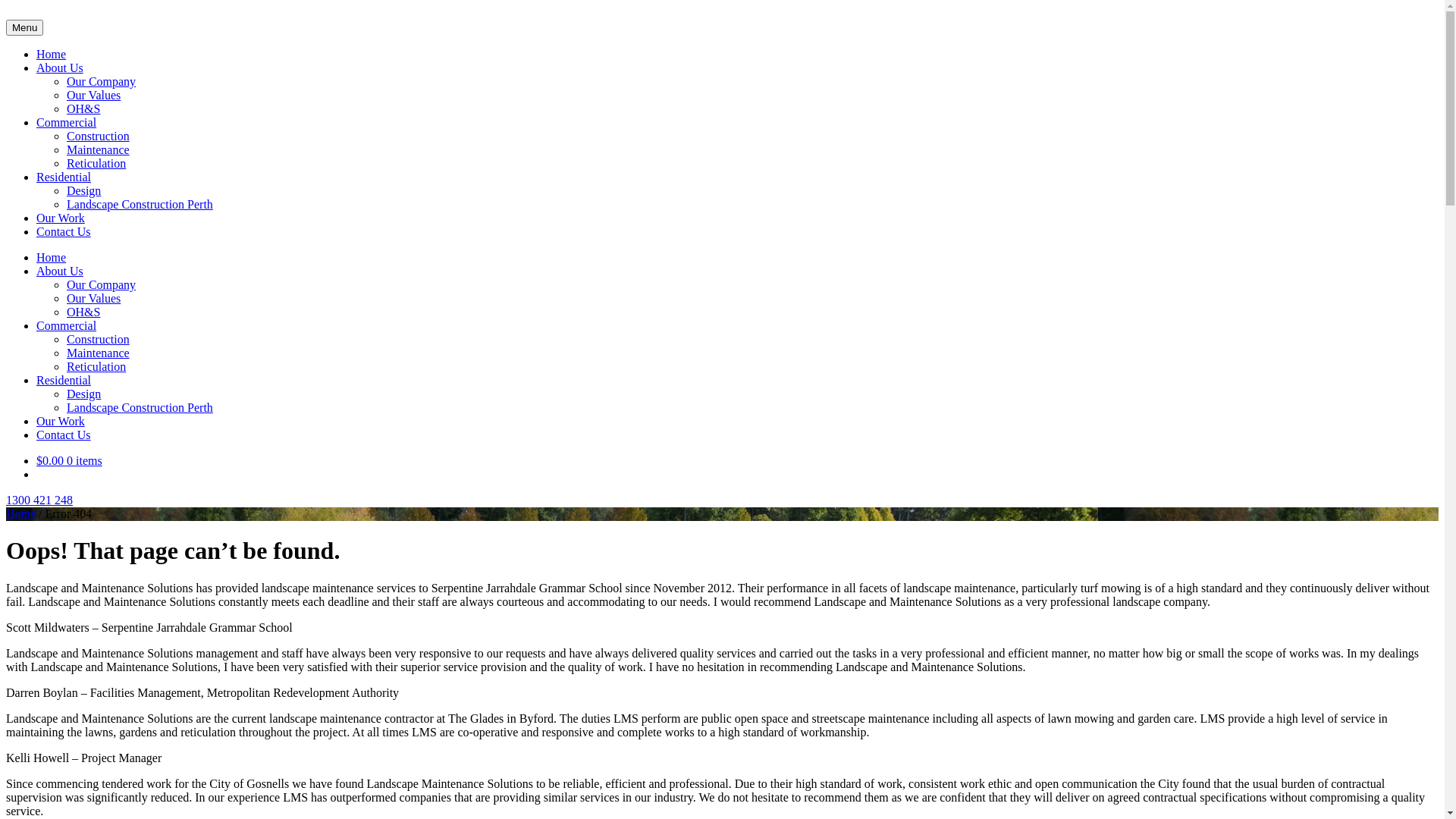 Image resolution: width=1456 pixels, height=819 pixels. I want to click on 'Home', so click(51, 256).